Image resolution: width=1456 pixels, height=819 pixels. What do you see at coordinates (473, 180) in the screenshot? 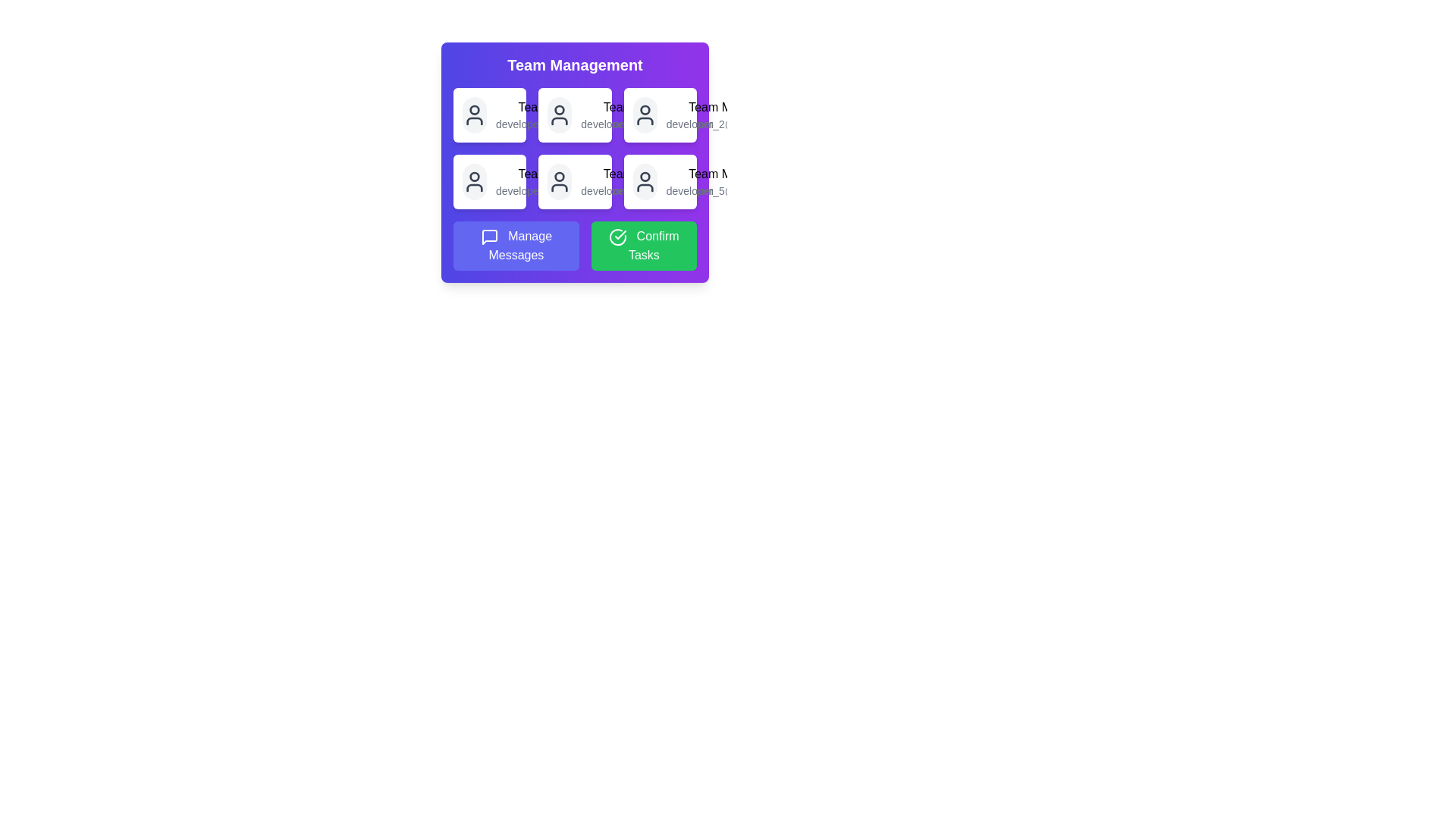
I see `the user profile avatar icon, which is a dark gray outline surrounded by a light gray circular background, located in the second row and first column of the grid layout` at bounding box center [473, 180].